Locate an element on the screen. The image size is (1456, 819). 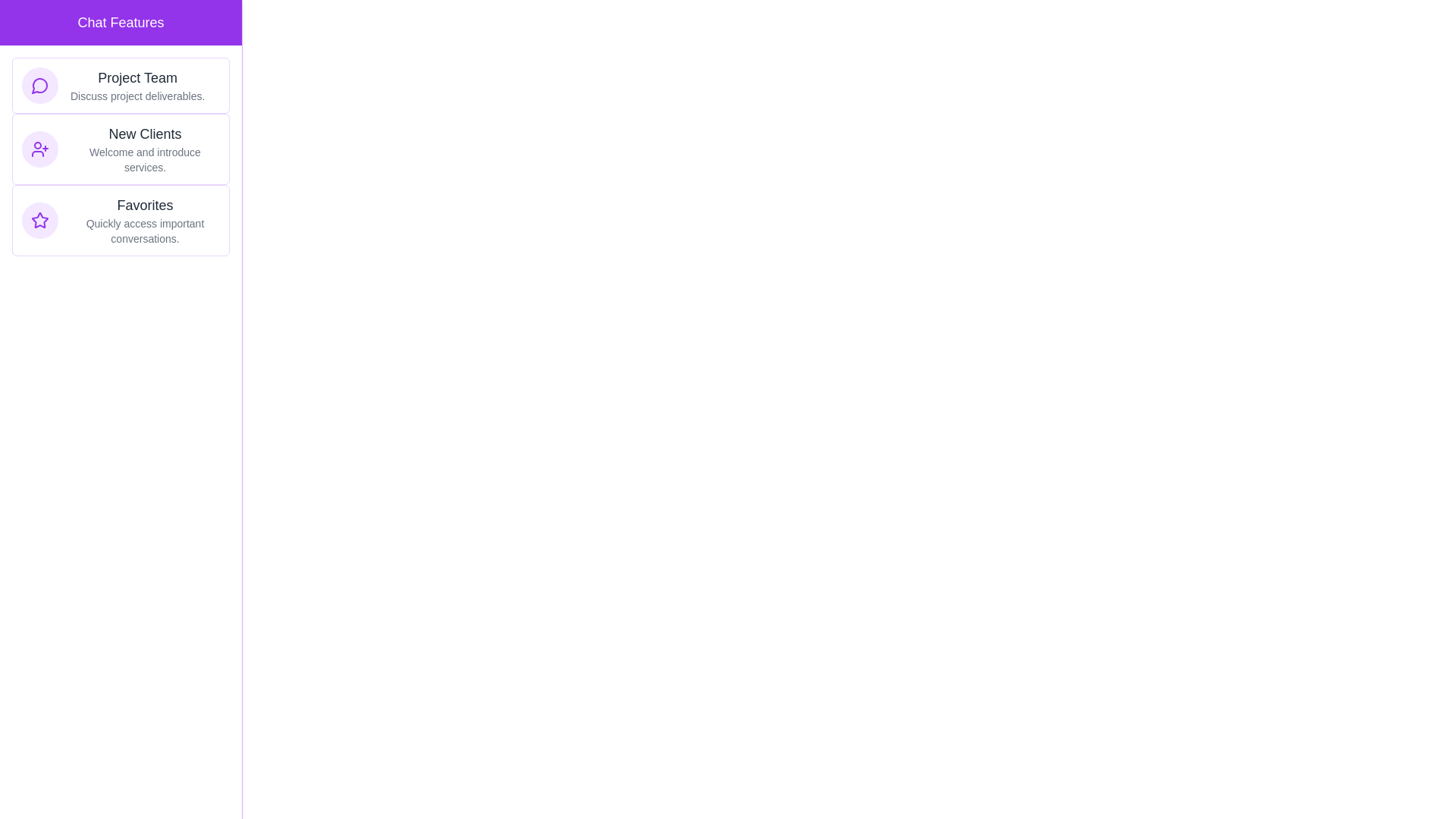
the icon for New Clients is located at coordinates (39, 149).